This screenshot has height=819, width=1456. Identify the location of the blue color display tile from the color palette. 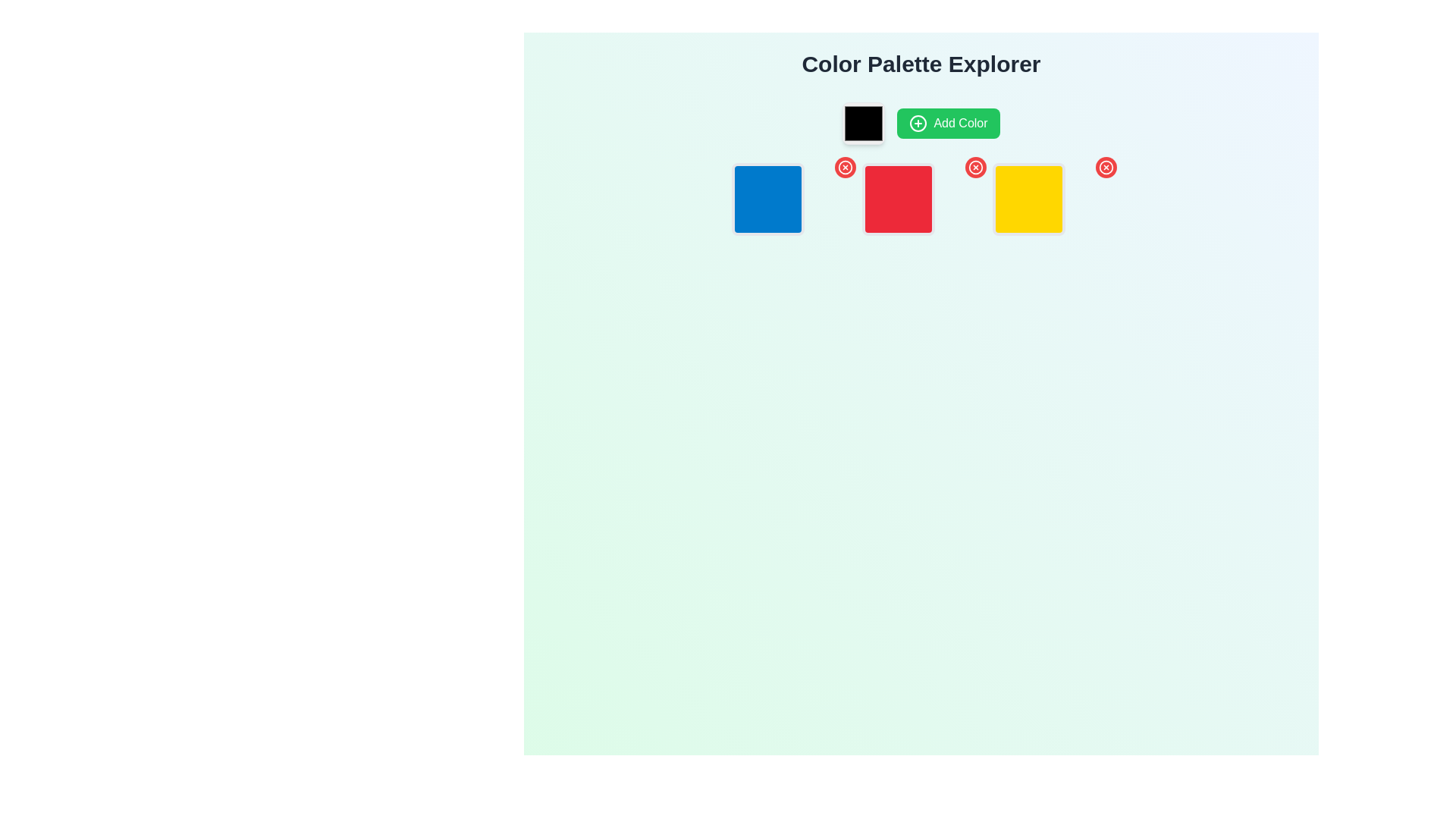
(789, 198).